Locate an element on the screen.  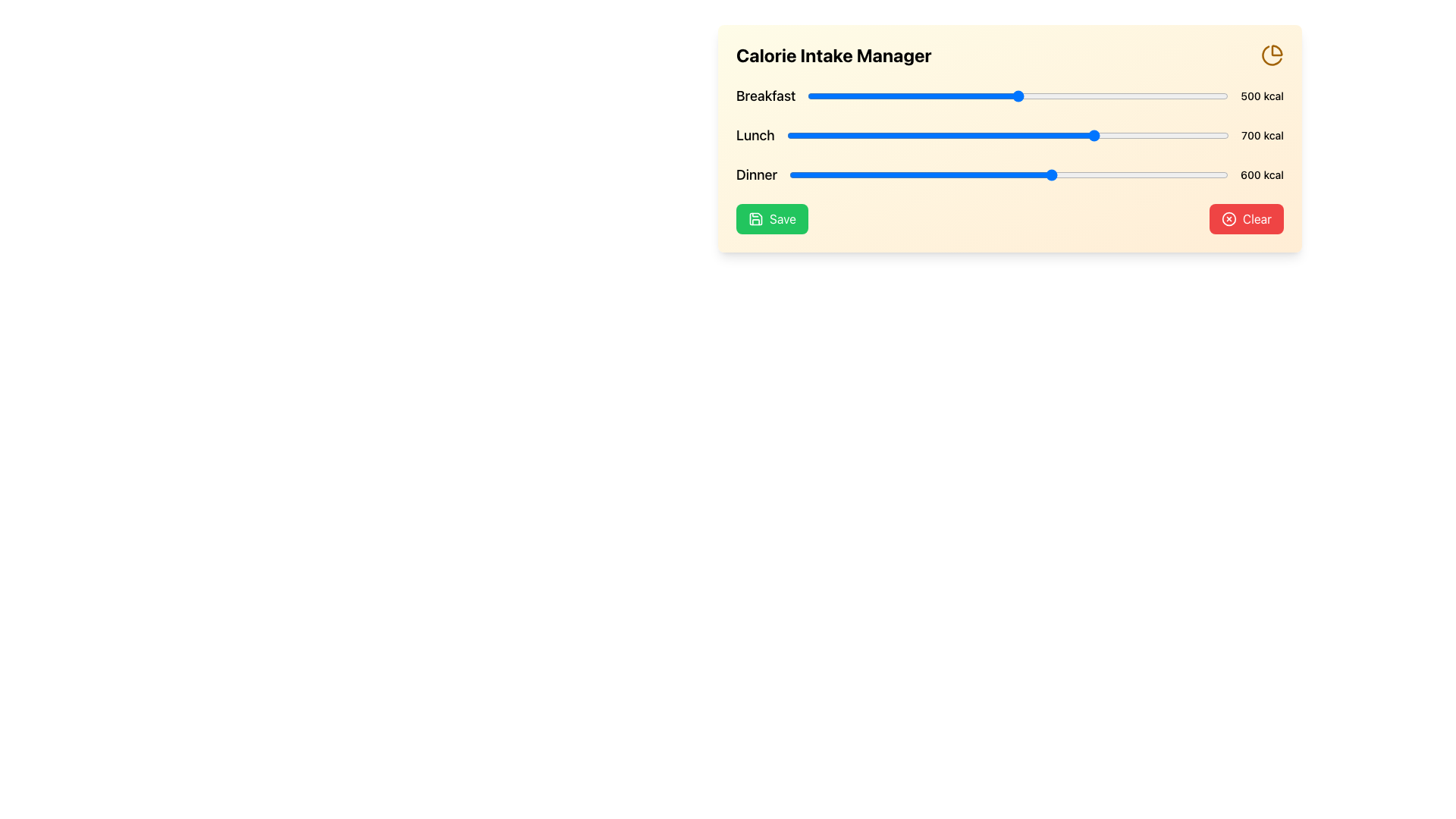
the breakfast calorie intake is located at coordinates (984, 96).